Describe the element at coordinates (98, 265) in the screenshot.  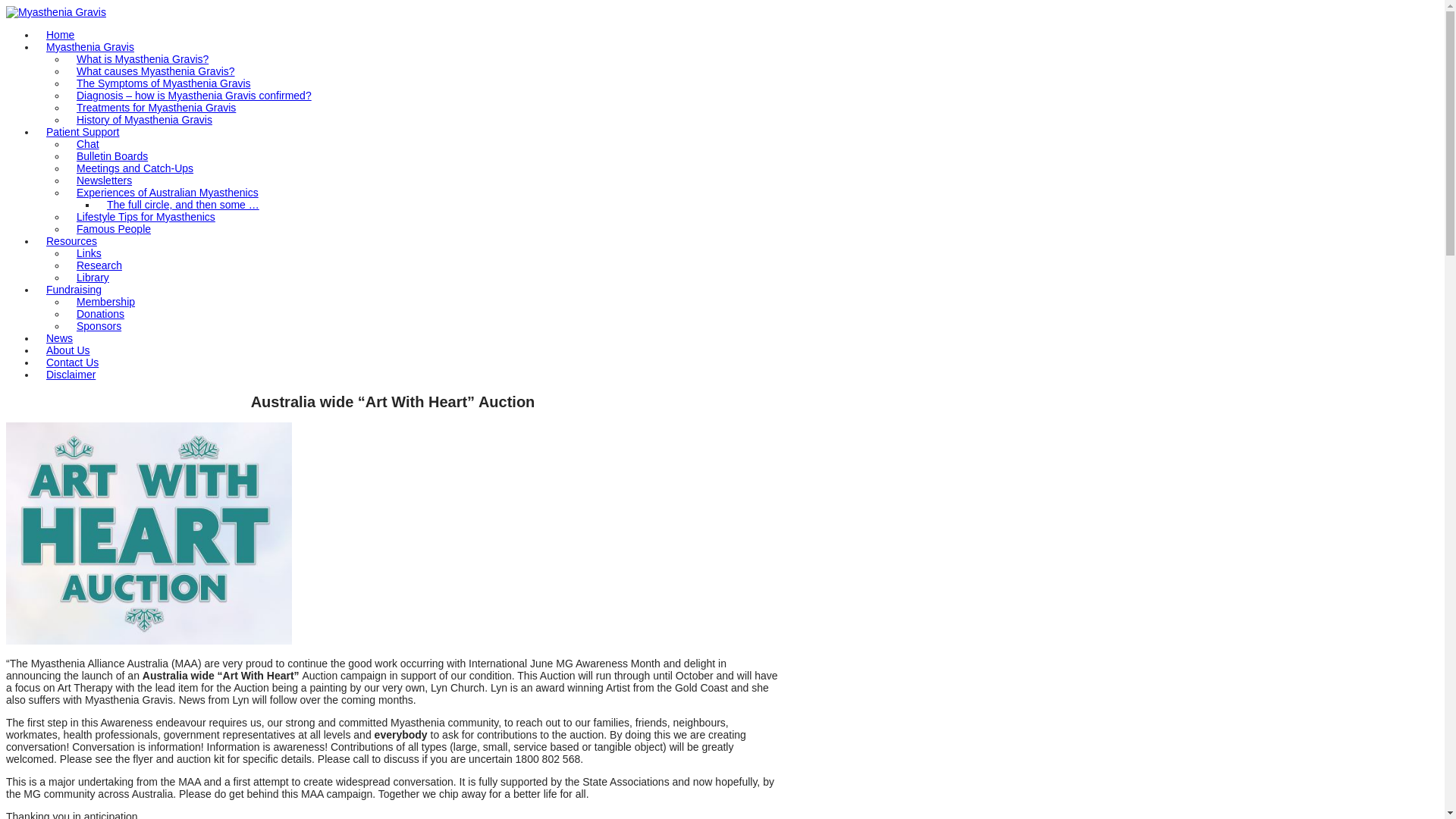
I see `'Research'` at that location.